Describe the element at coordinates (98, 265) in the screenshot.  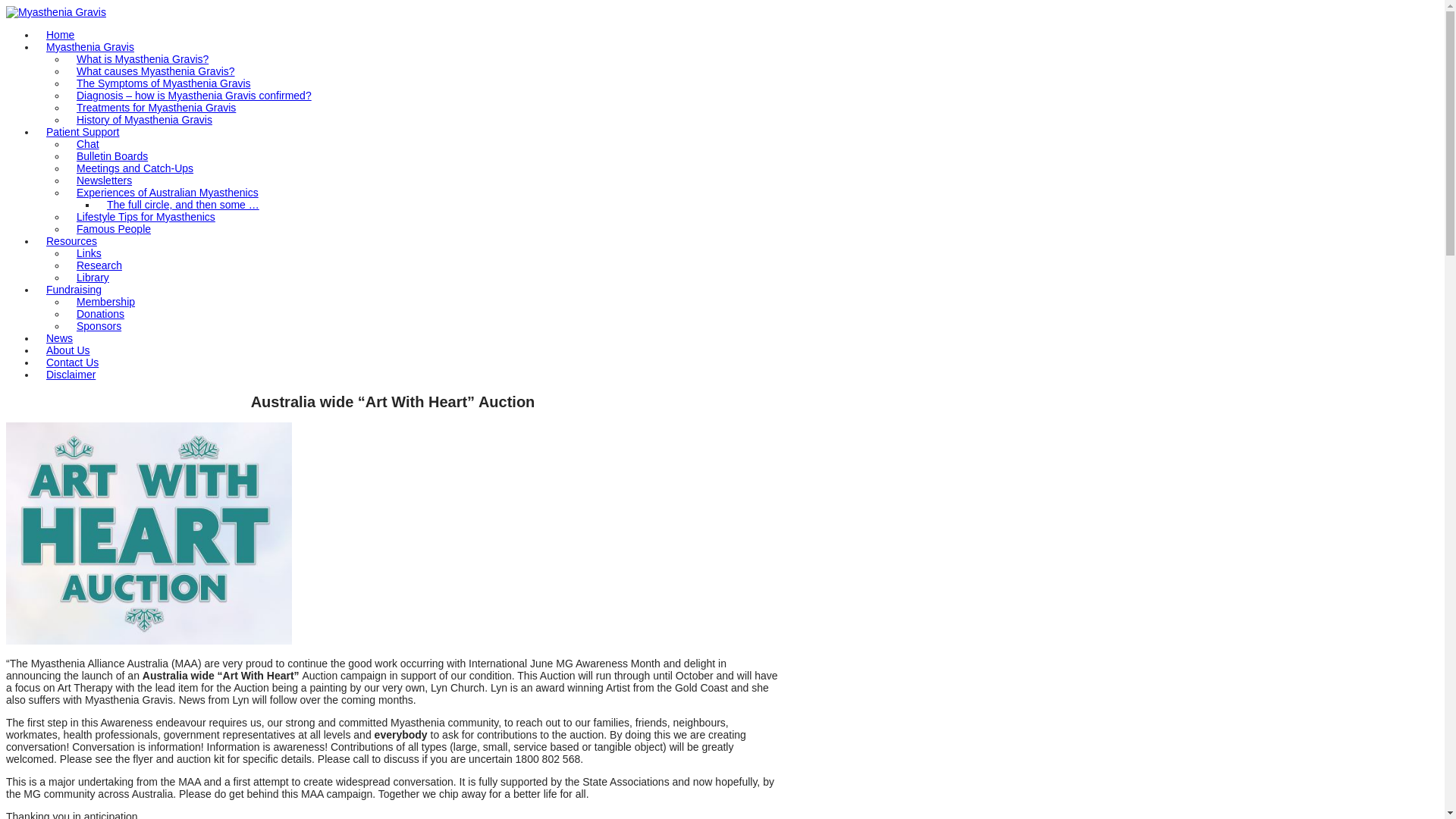
I see `'Research'` at that location.